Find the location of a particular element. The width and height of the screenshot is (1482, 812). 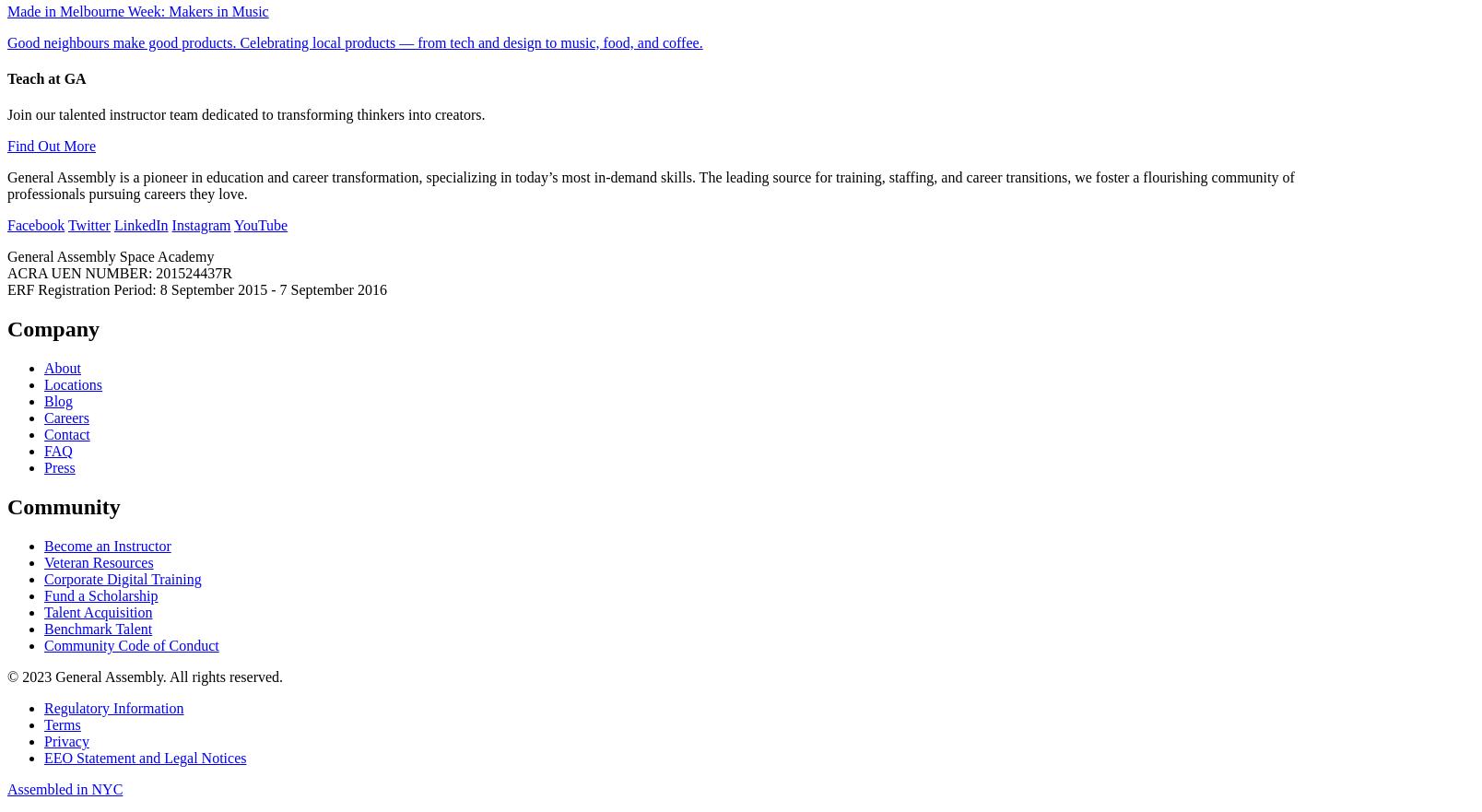

'Community' is located at coordinates (63, 506).